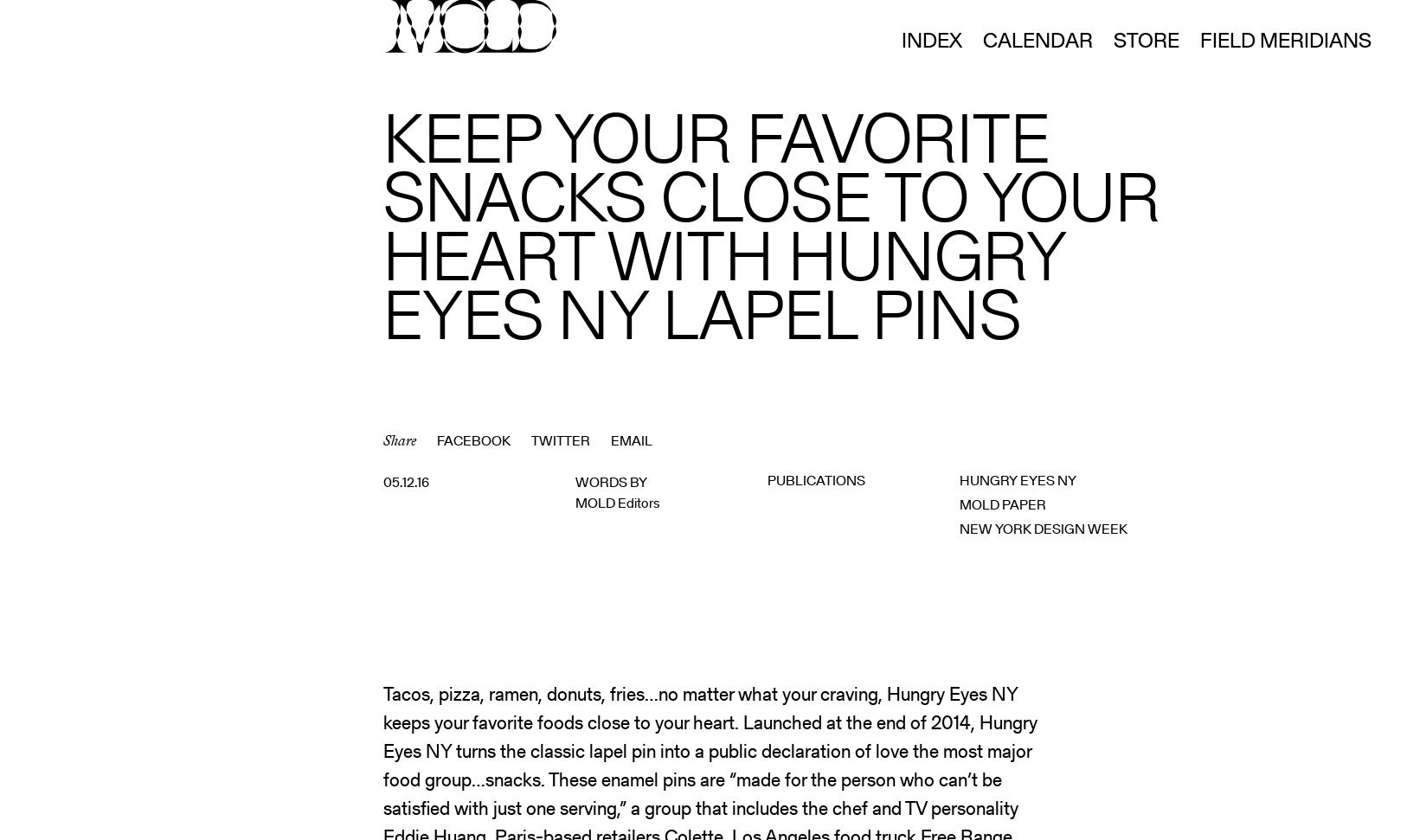  What do you see at coordinates (617, 503) in the screenshot?
I see `'MOLD Editors'` at bounding box center [617, 503].